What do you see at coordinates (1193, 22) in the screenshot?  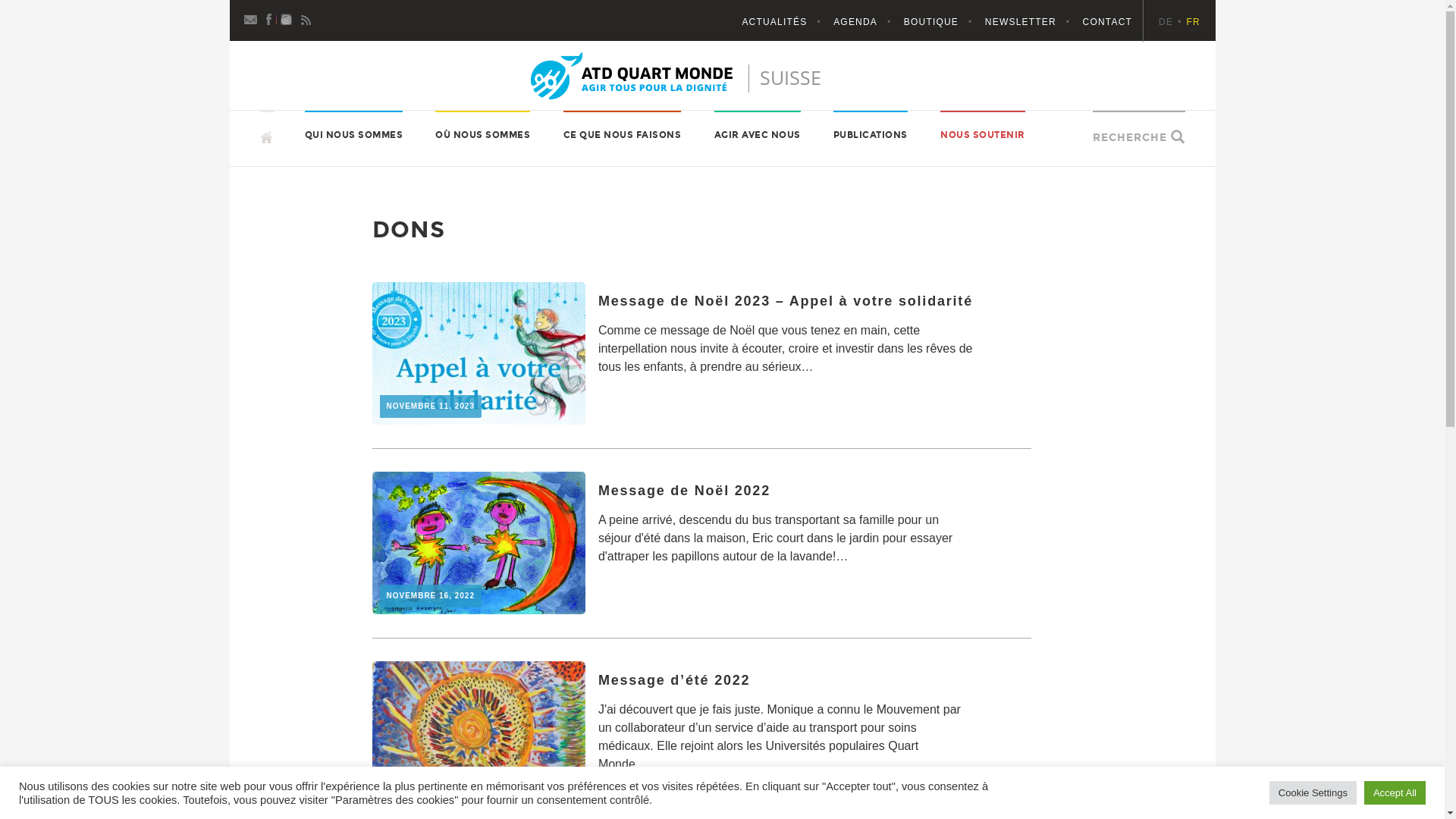 I see `'FR'` at bounding box center [1193, 22].